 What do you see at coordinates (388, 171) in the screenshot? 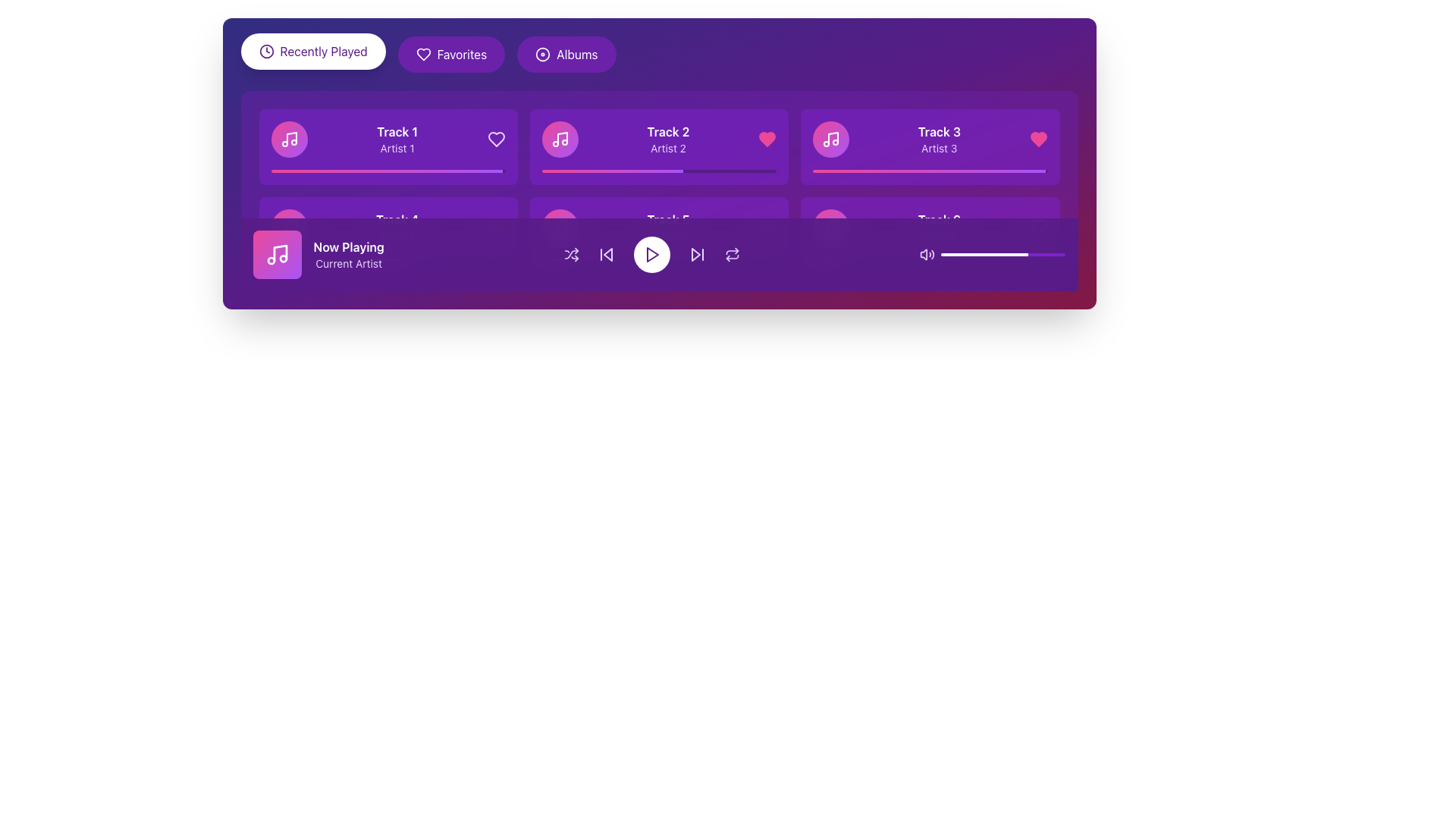
I see `the playback progress visually on the progress bar representing 'Track 1'` at bounding box center [388, 171].